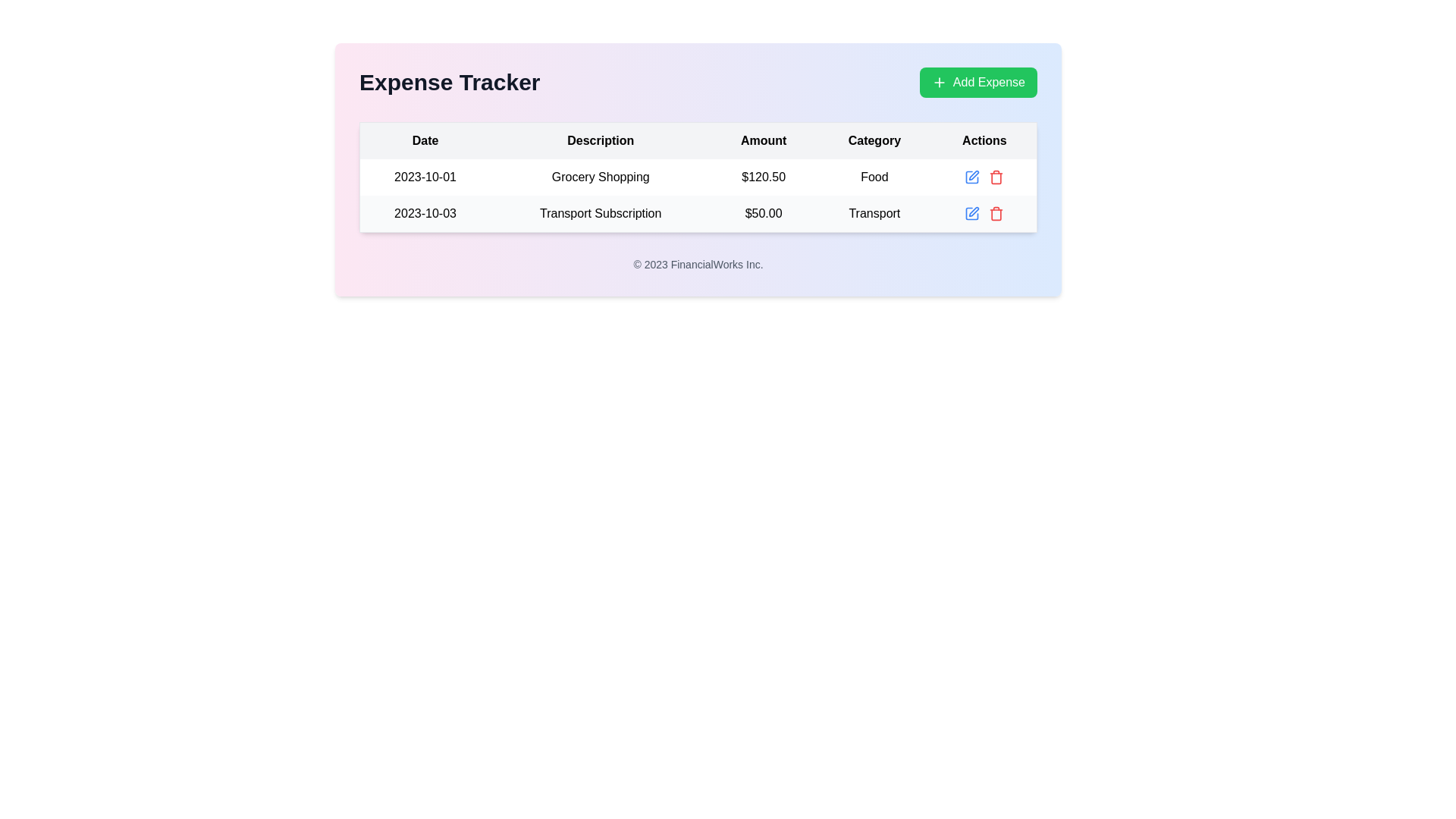  What do you see at coordinates (600, 140) in the screenshot?
I see `the 'Description' column header label in the table, which is positioned between the 'Date' column and the 'Amount' column at the top center of the table layout` at bounding box center [600, 140].